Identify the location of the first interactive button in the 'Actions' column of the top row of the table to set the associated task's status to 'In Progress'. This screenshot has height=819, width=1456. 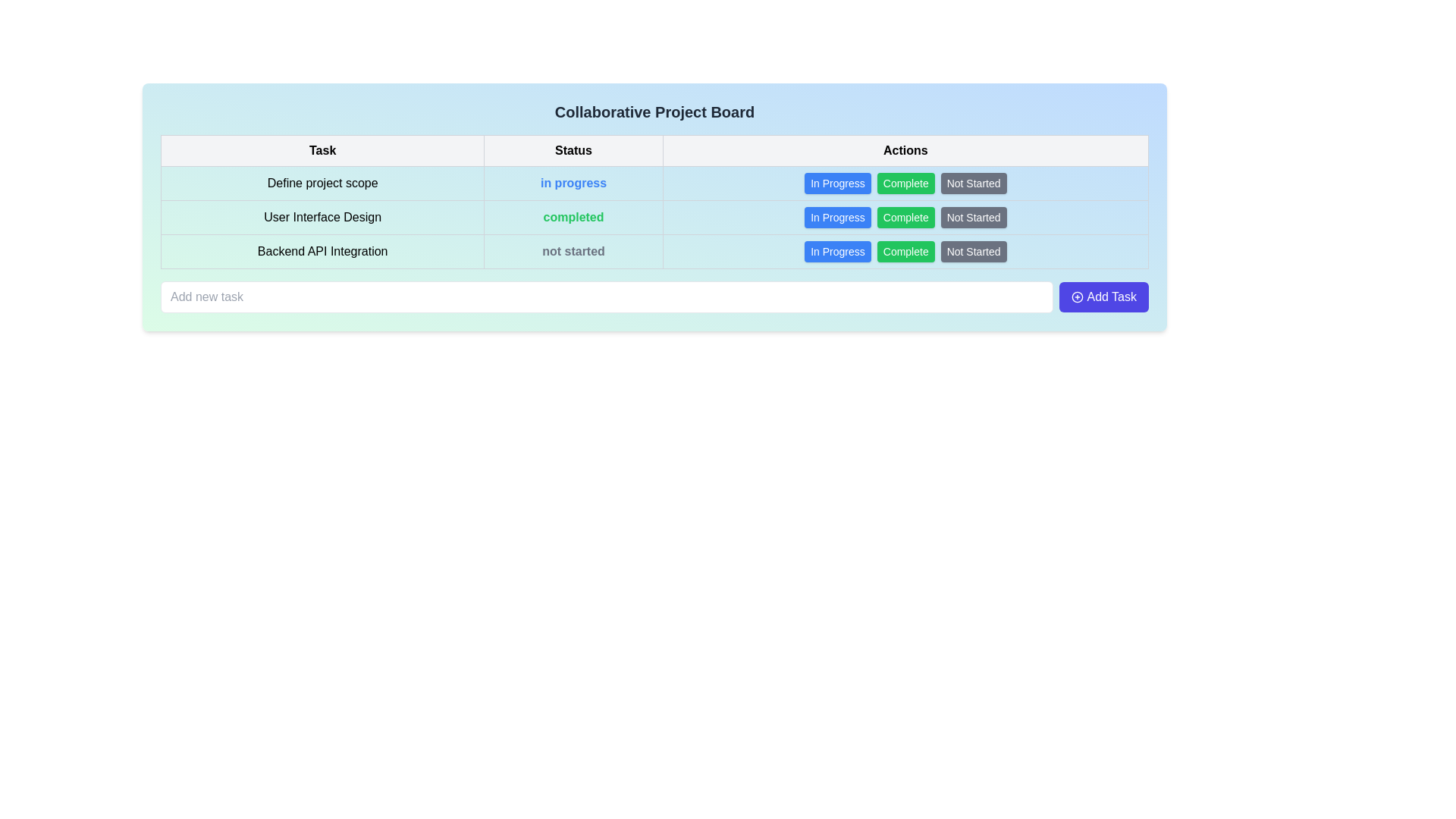
(836, 183).